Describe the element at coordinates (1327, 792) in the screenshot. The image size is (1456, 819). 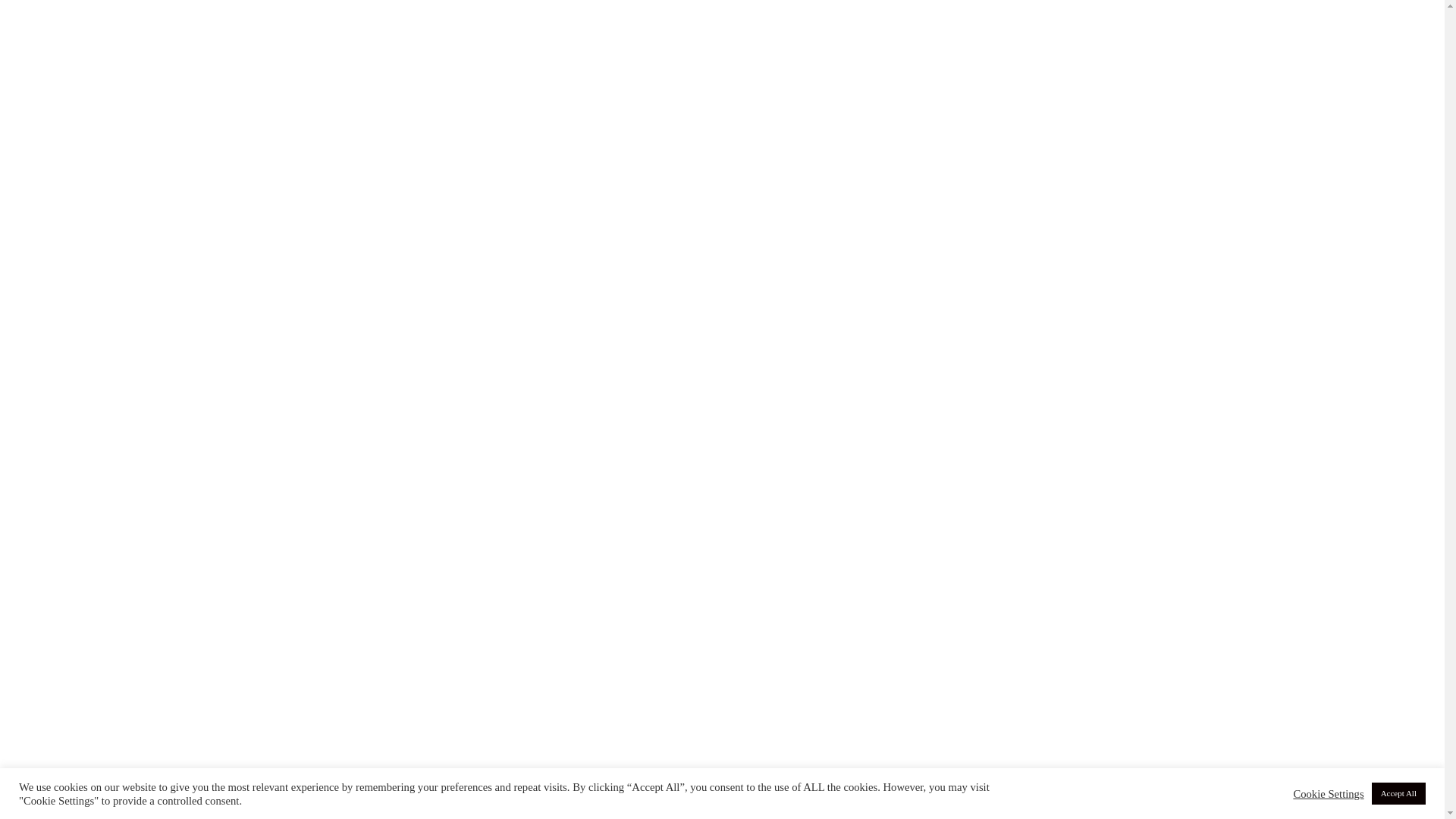
I see `'Cookie Settings'` at that location.